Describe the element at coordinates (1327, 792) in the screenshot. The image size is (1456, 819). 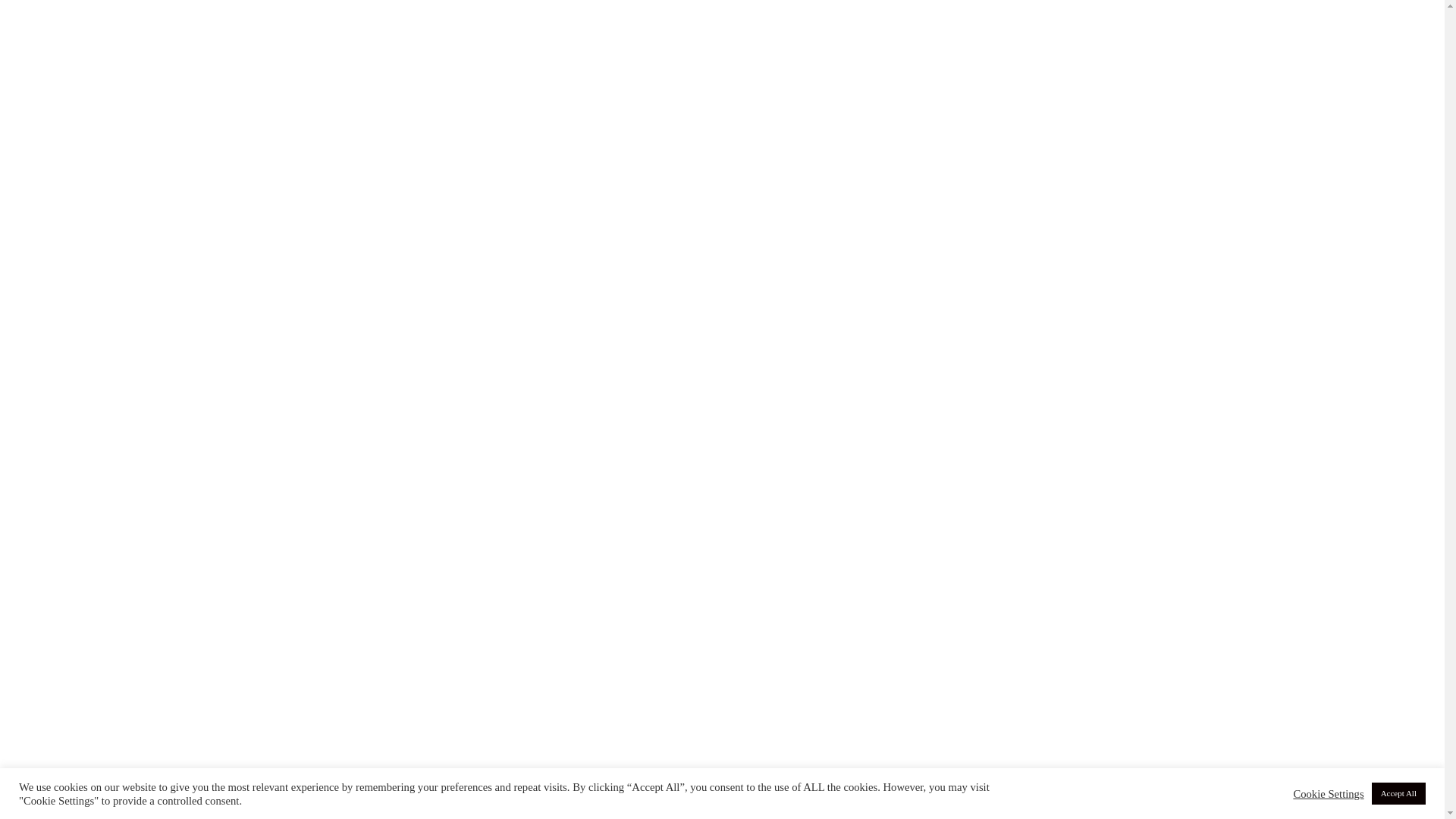
I see `'Cookie Settings'` at that location.